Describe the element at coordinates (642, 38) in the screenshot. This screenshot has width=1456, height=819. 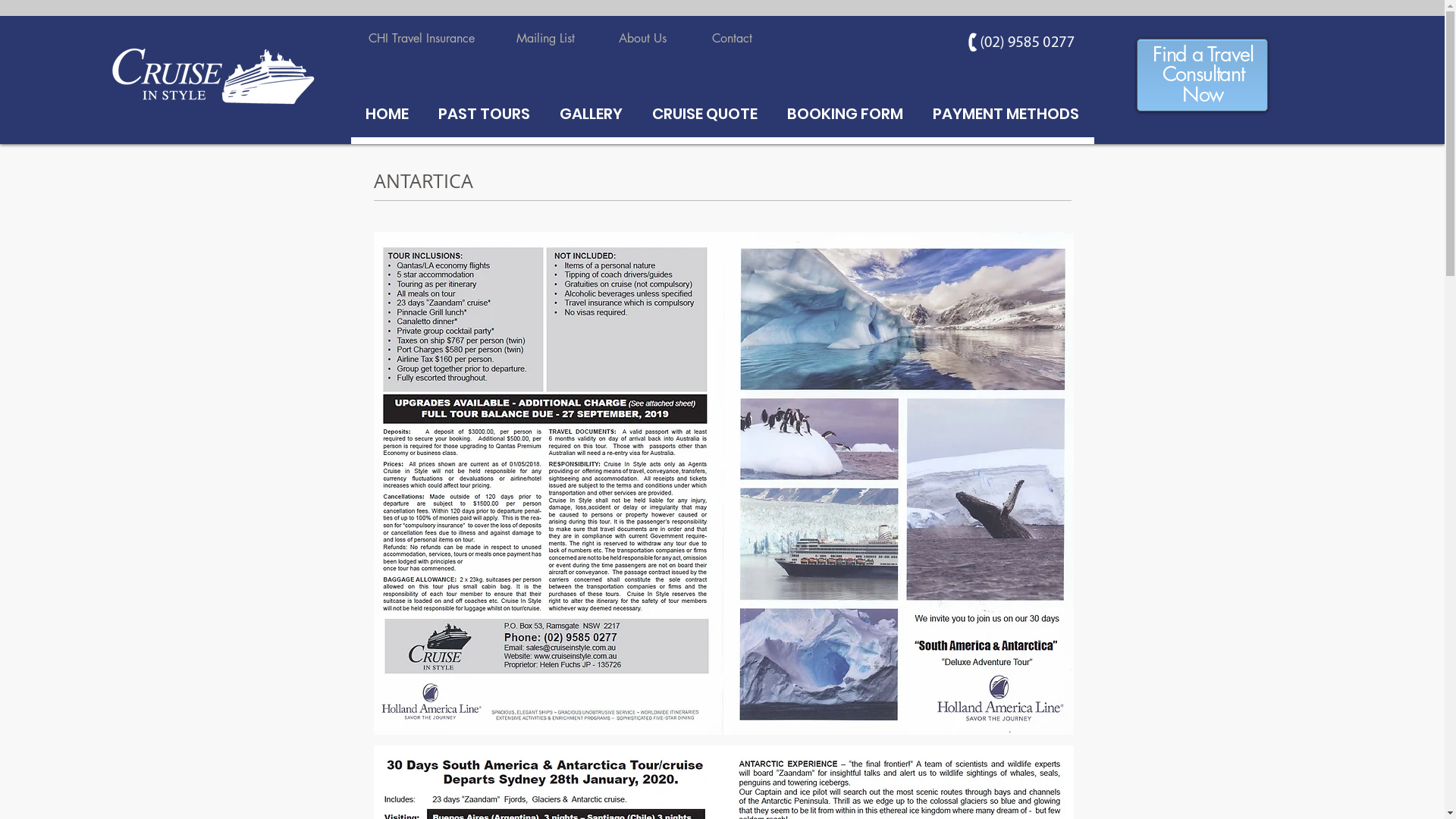
I see `'About Us'` at that location.